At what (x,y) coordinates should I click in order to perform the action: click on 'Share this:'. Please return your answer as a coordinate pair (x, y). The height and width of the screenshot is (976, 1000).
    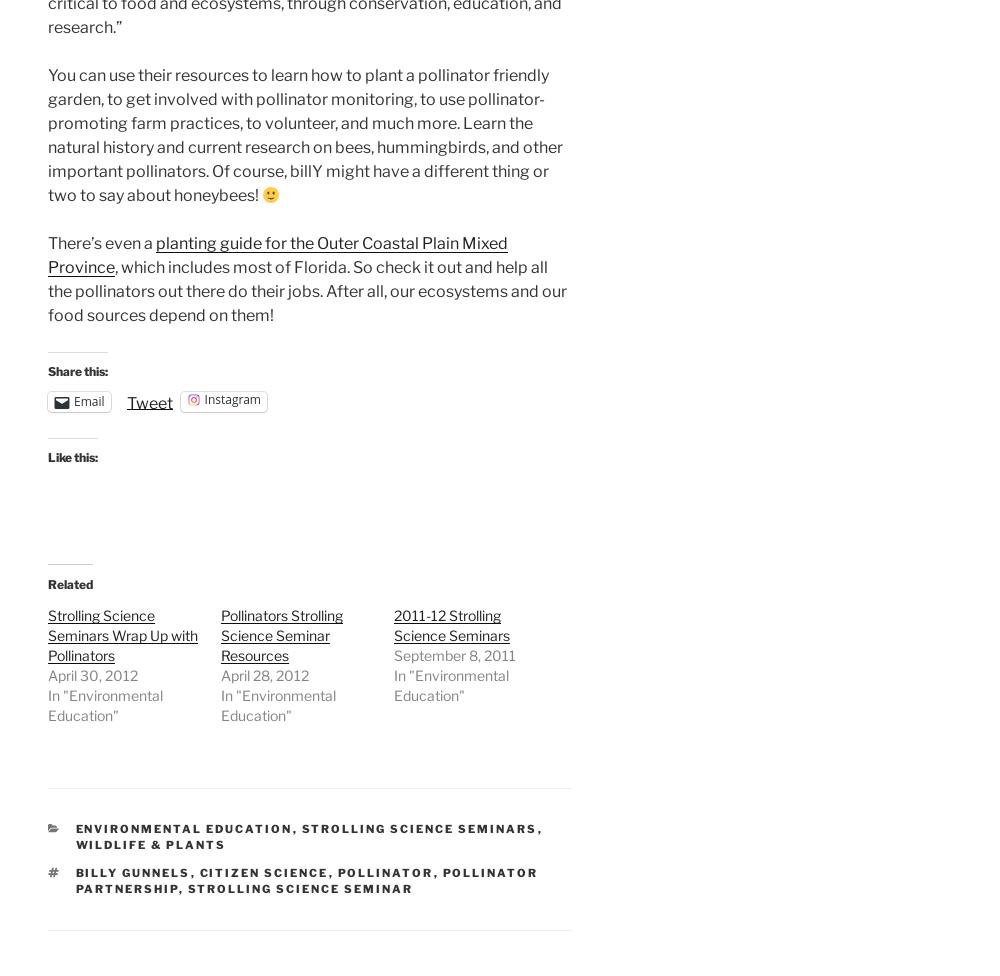
    Looking at the image, I should click on (77, 370).